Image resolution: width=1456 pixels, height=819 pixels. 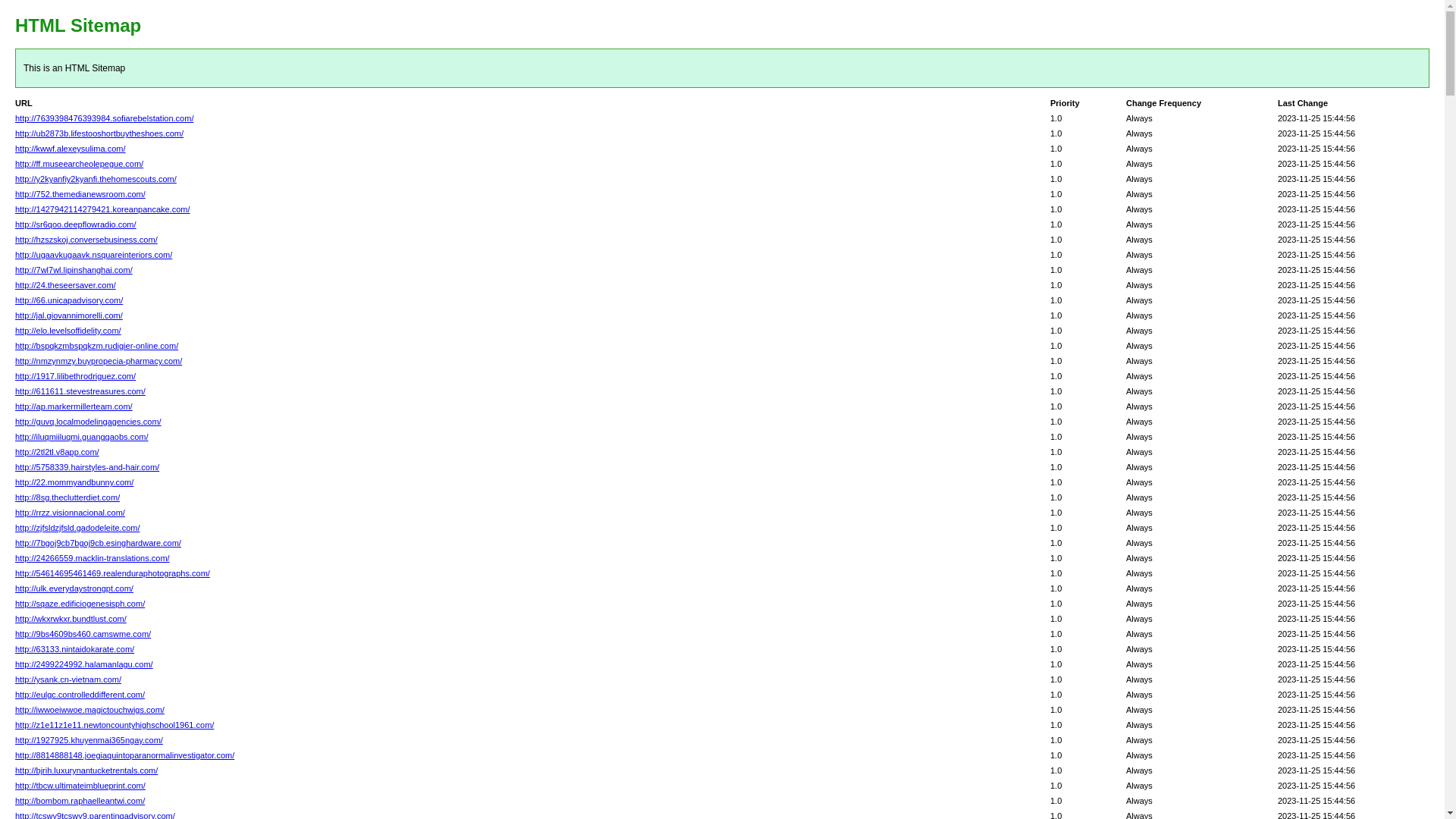 I want to click on 'http://sr6qoo.deepflowradio.com/', so click(x=75, y=224).